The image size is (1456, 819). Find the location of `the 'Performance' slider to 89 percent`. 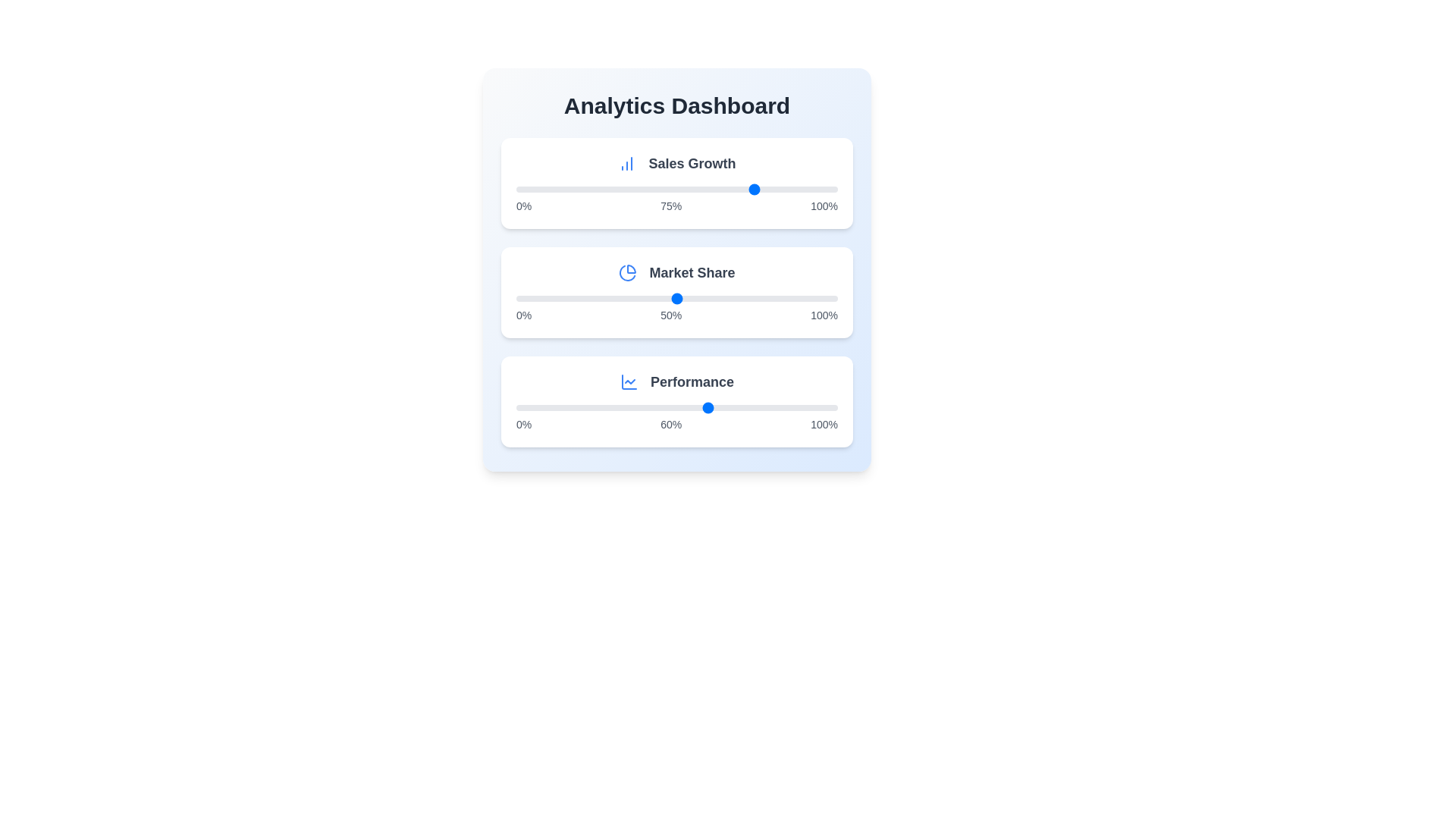

the 'Performance' slider to 89 percent is located at coordinates (802, 406).